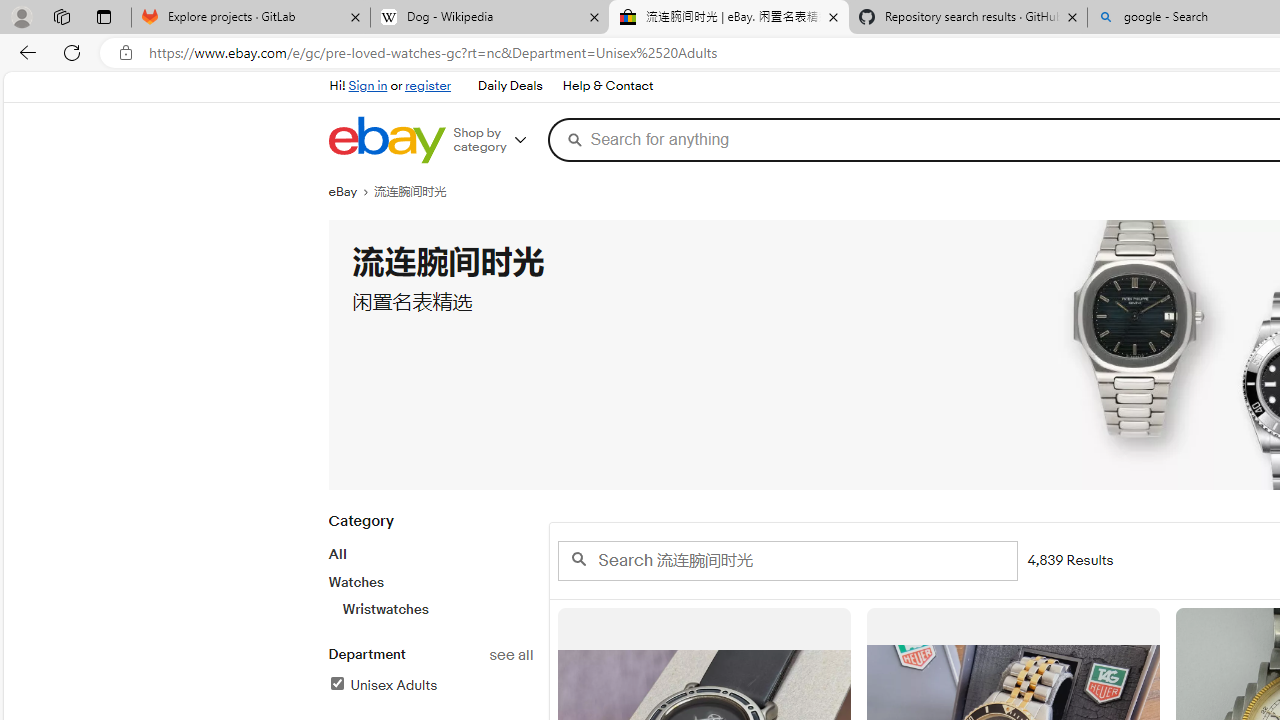  I want to click on 'Enter your search keyword', so click(786, 560).